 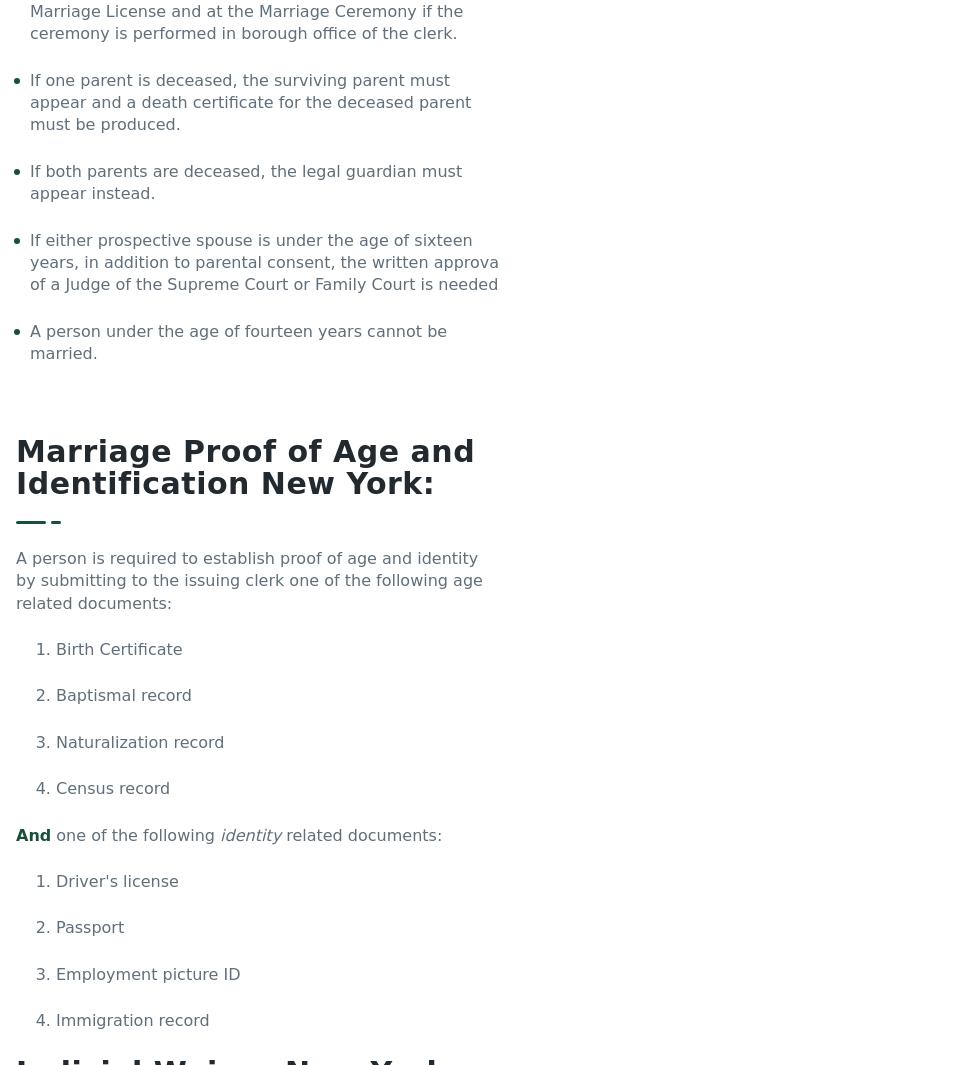 What do you see at coordinates (112, 788) in the screenshot?
I see `'Census record'` at bounding box center [112, 788].